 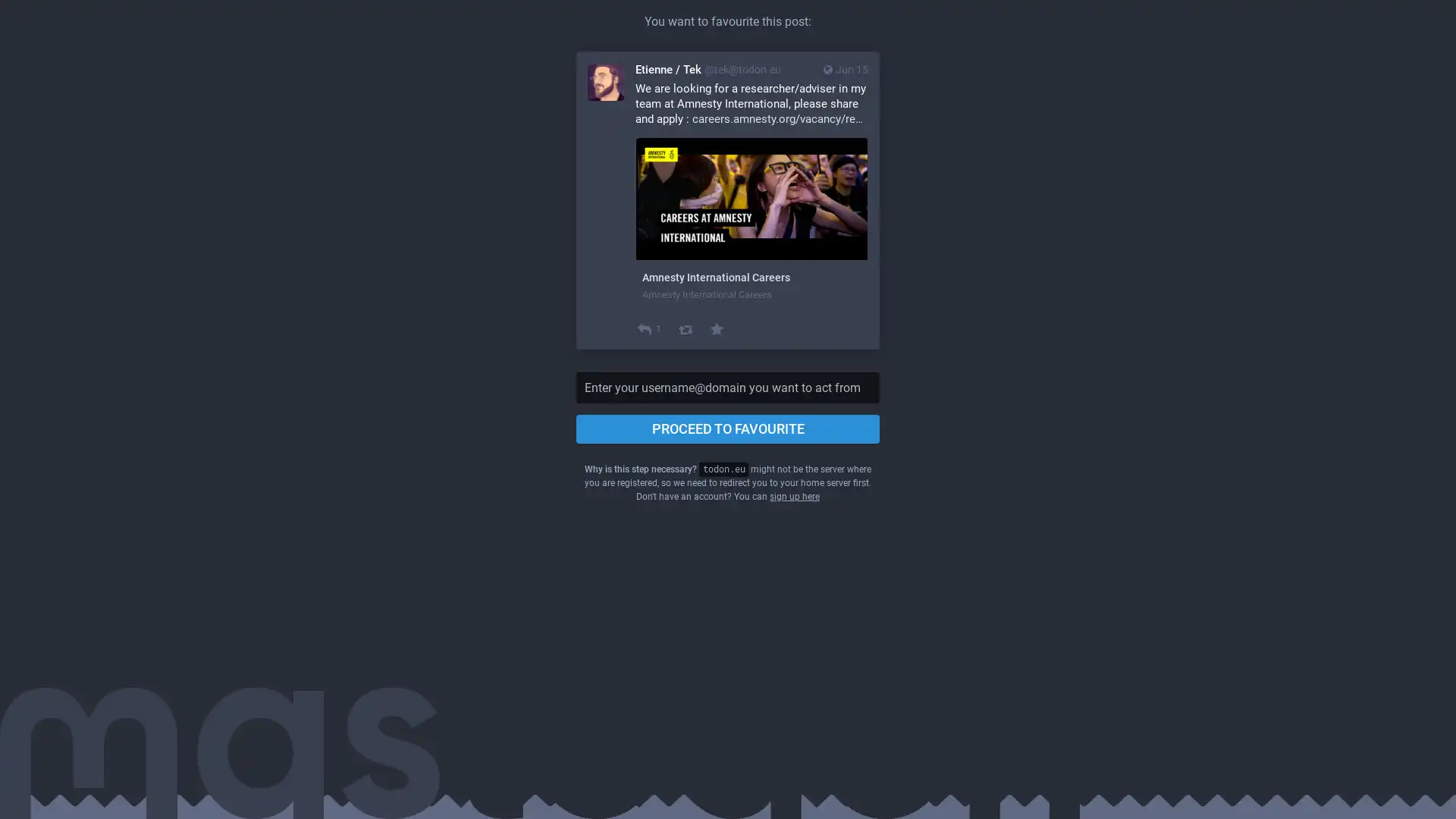 What do you see at coordinates (728, 429) in the screenshot?
I see `PROCEED TO FAVOURITE` at bounding box center [728, 429].